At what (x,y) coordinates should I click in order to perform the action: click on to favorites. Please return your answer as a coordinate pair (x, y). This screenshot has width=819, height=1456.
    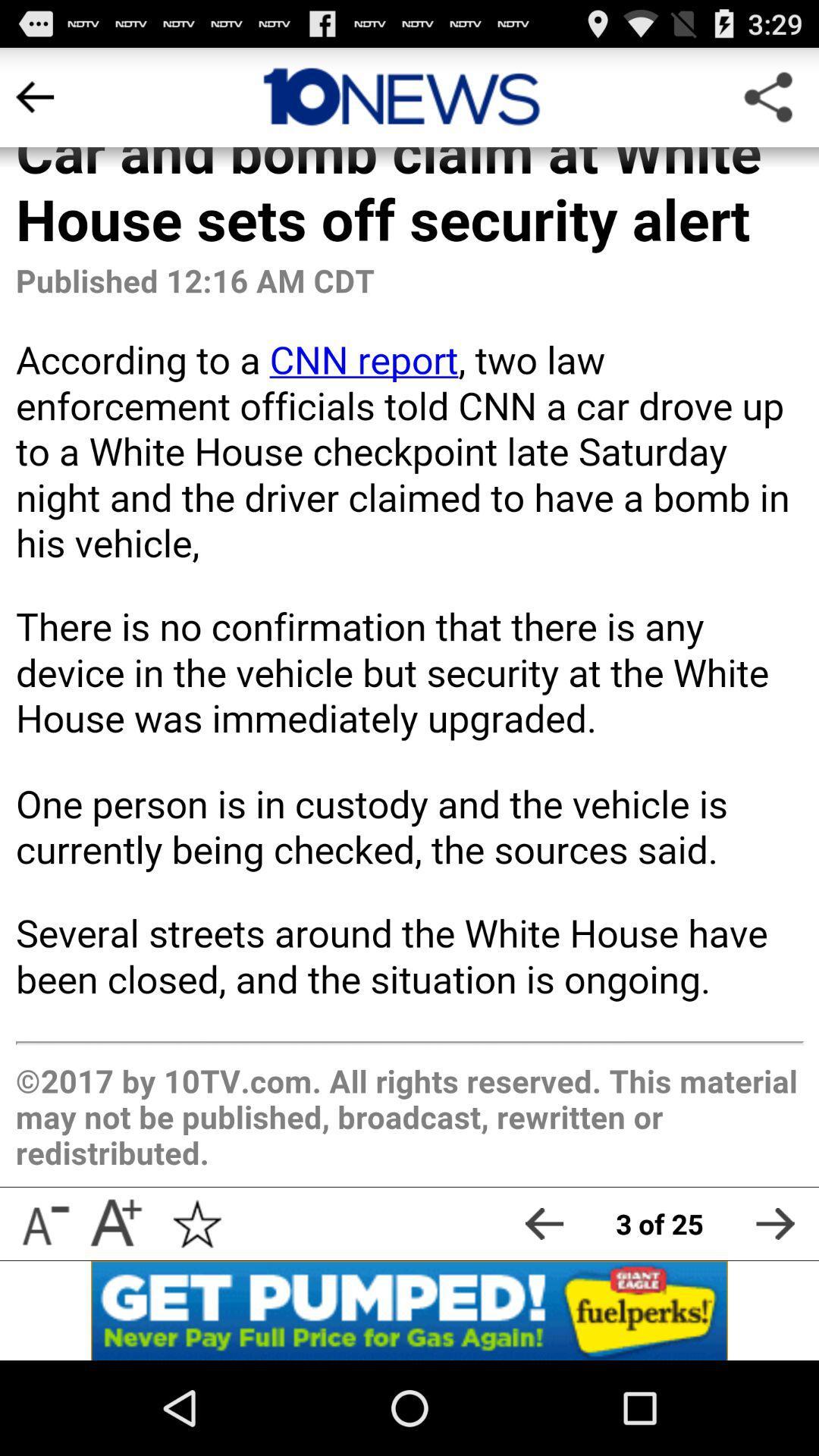
    Looking at the image, I should click on (196, 1223).